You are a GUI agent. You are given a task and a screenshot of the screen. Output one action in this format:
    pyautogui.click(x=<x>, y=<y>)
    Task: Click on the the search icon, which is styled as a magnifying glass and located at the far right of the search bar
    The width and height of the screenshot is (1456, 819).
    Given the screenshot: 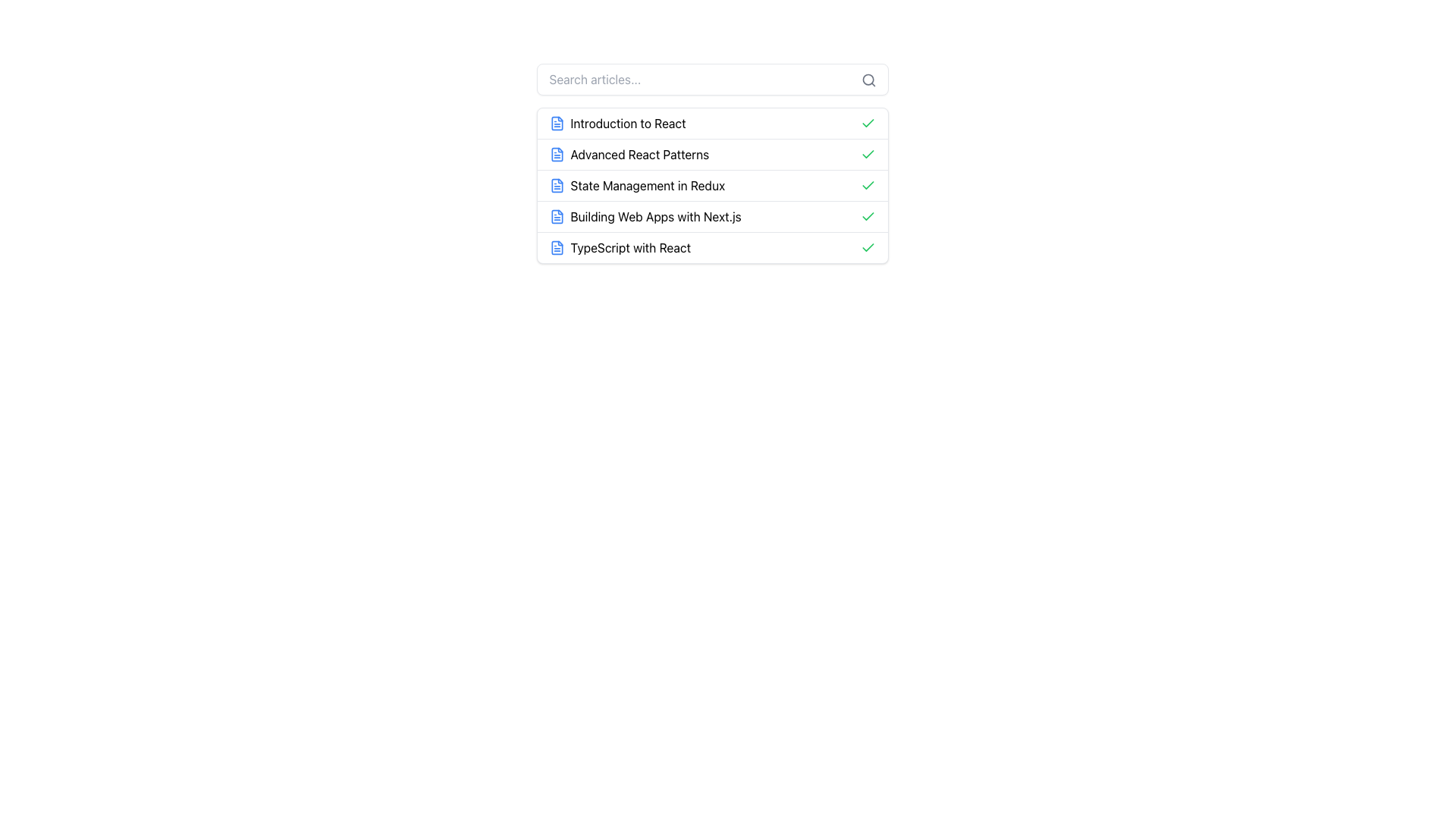 What is the action you would take?
    pyautogui.click(x=868, y=80)
    